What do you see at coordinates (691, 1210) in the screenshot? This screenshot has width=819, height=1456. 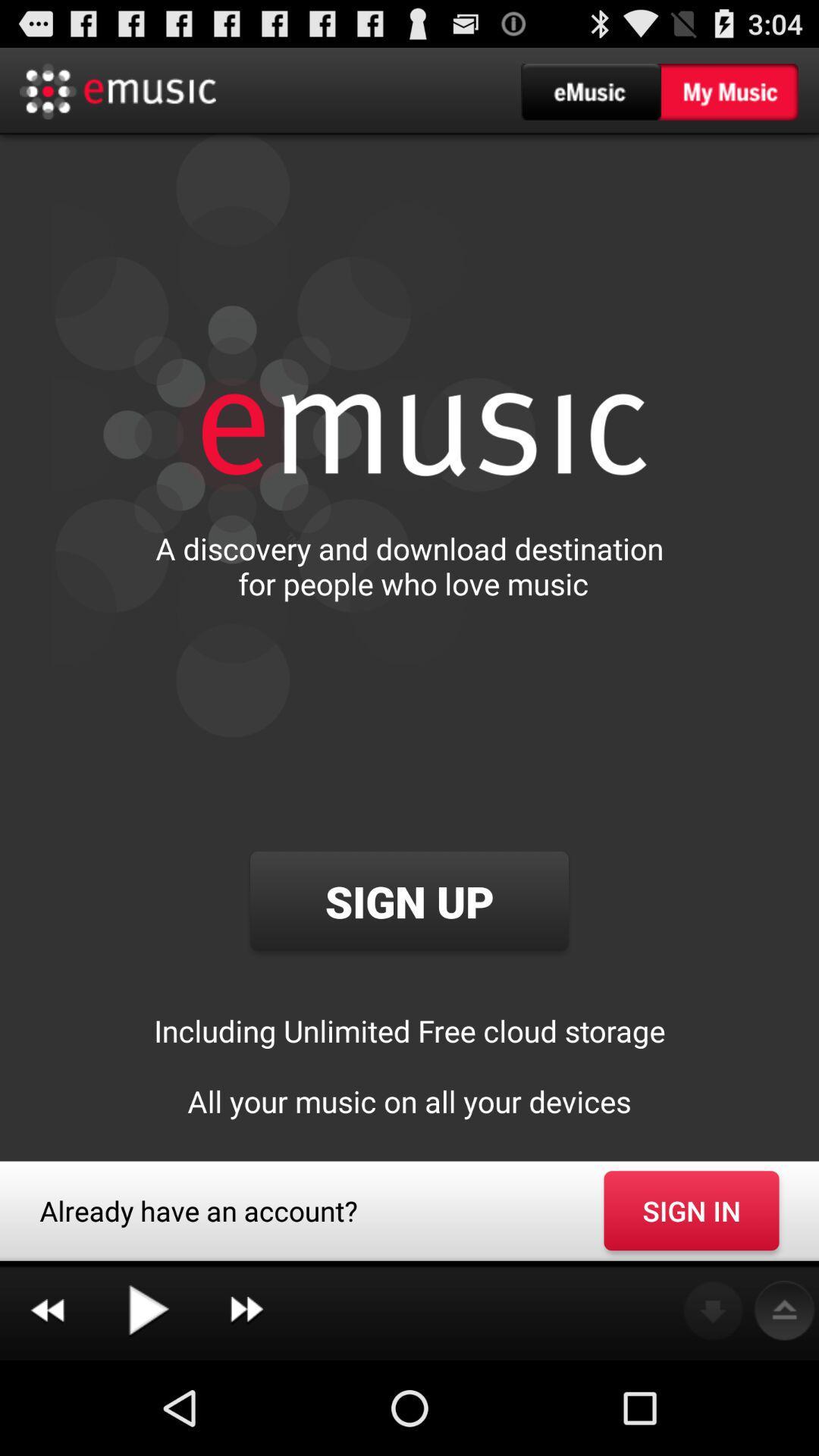 I see `sign in` at bounding box center [691, 1210].